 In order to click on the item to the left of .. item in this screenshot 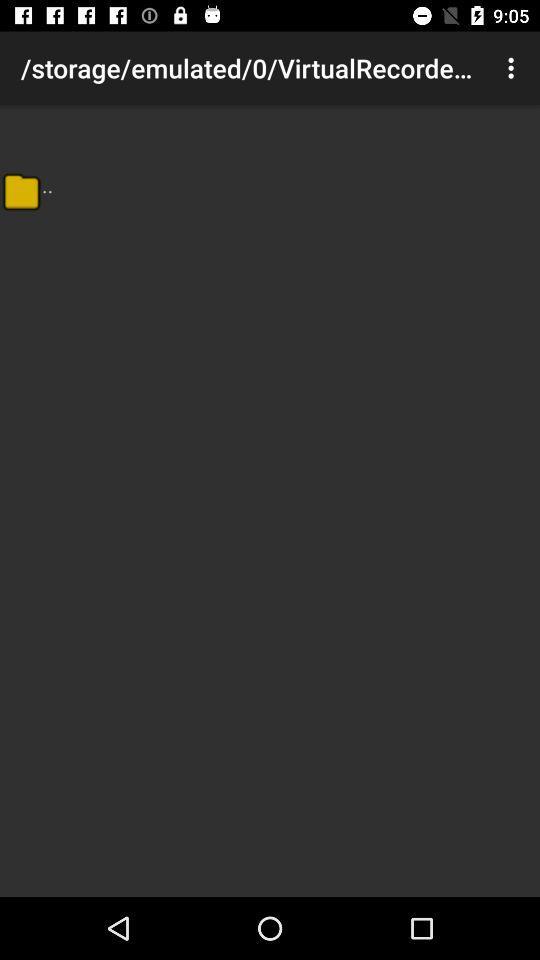, I will do `click(20, 191)`.